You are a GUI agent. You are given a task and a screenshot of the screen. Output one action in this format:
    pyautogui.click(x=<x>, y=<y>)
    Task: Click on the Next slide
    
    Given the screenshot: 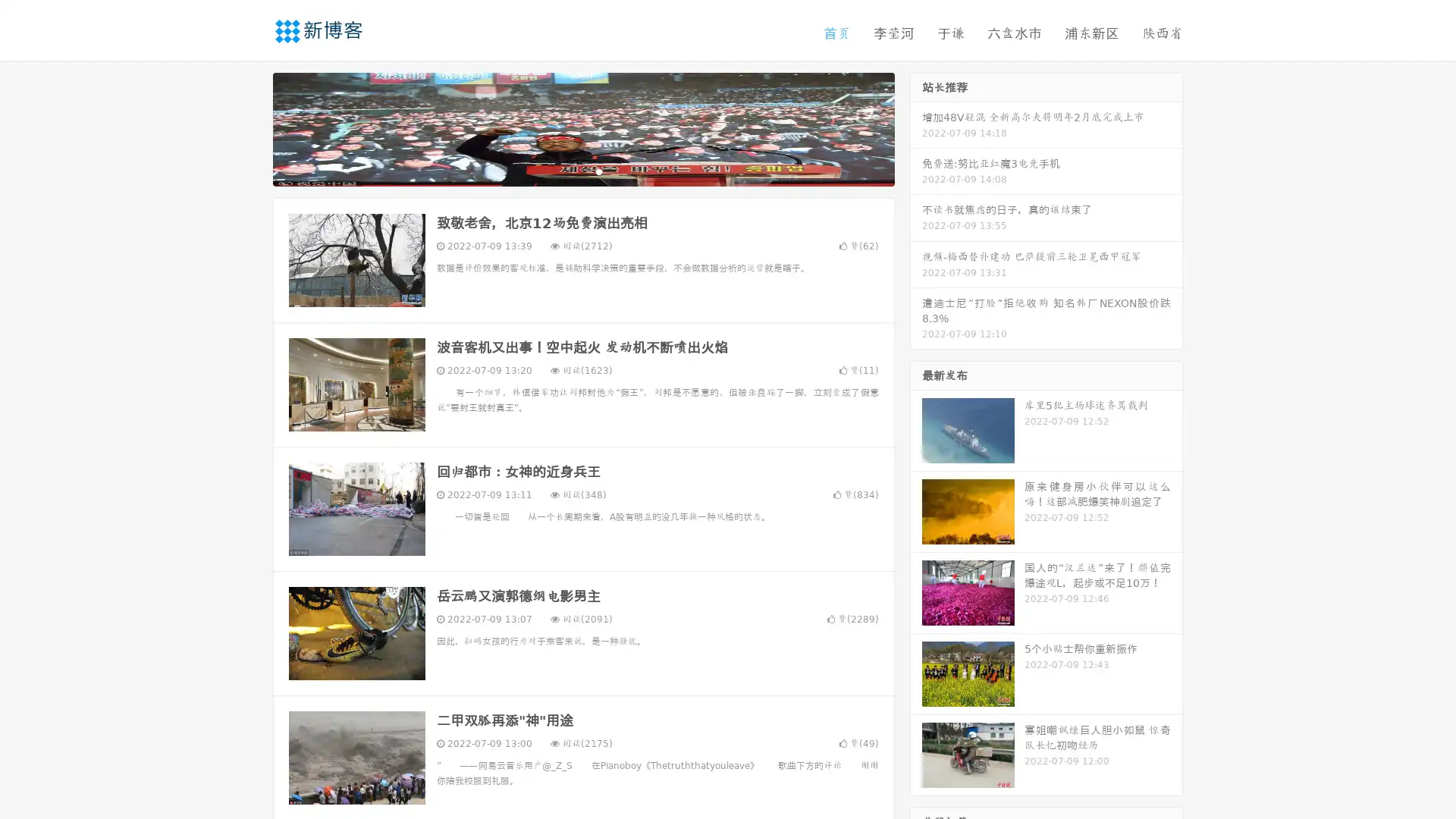 What is the action you would take?
    pyautogui.click(x=916, y=127)
    